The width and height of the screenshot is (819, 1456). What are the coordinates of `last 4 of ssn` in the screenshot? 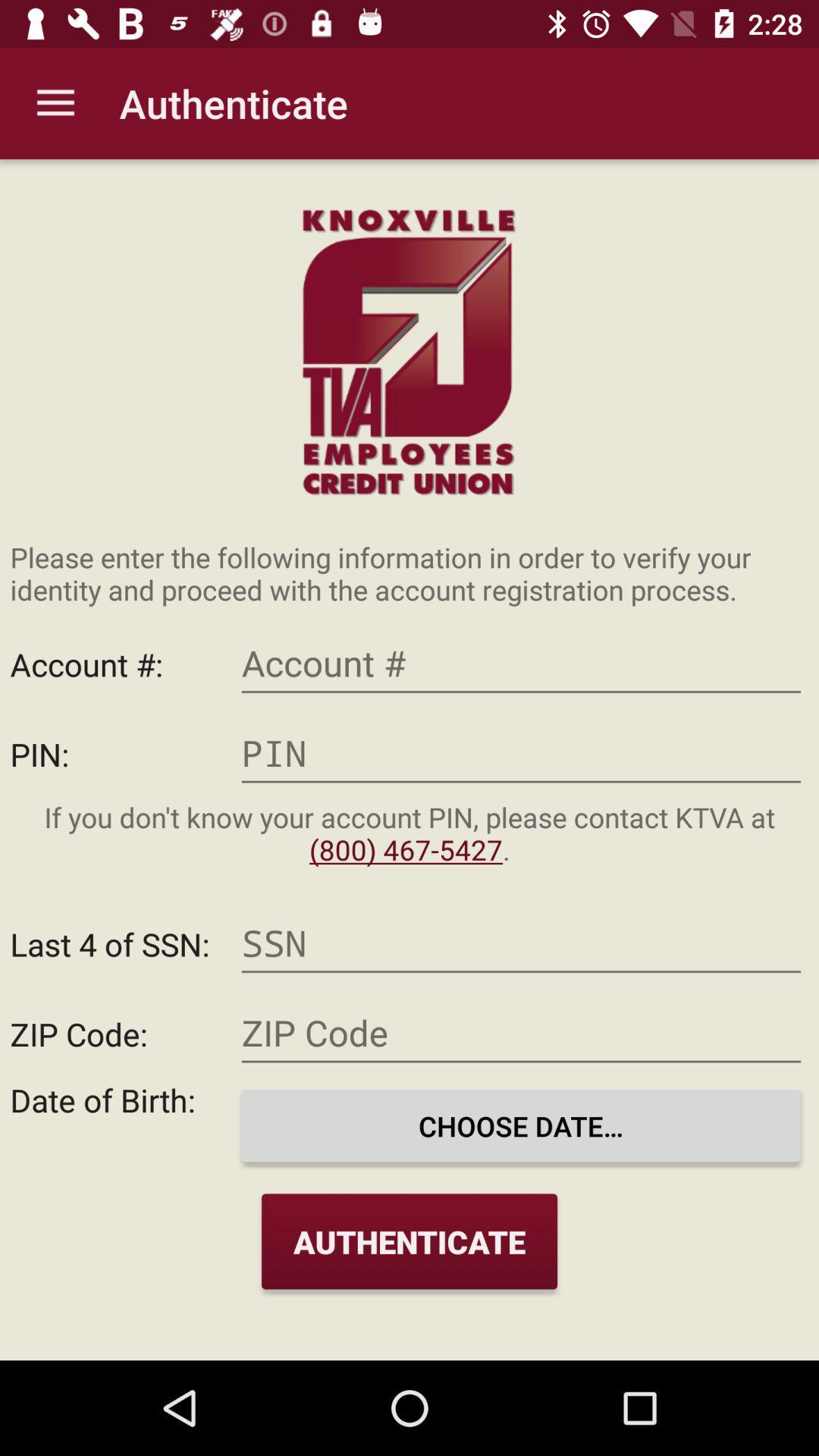 It's located at (520, 943).